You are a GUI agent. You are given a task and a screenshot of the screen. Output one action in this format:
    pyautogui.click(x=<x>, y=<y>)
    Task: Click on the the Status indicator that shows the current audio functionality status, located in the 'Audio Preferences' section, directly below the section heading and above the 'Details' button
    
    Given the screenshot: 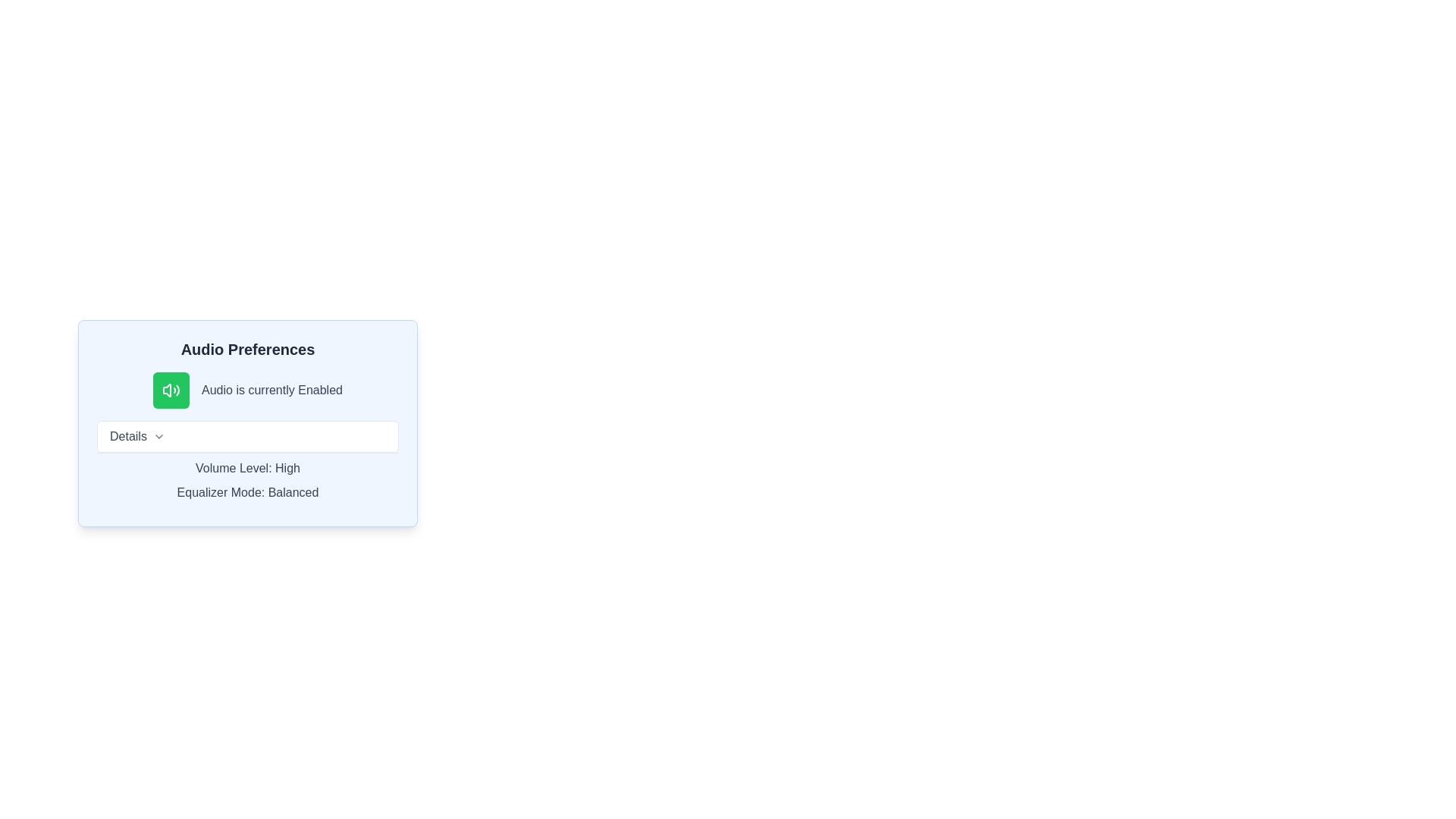 What is the action you would take?
    pyautogui.click(x=247, y=390)
    